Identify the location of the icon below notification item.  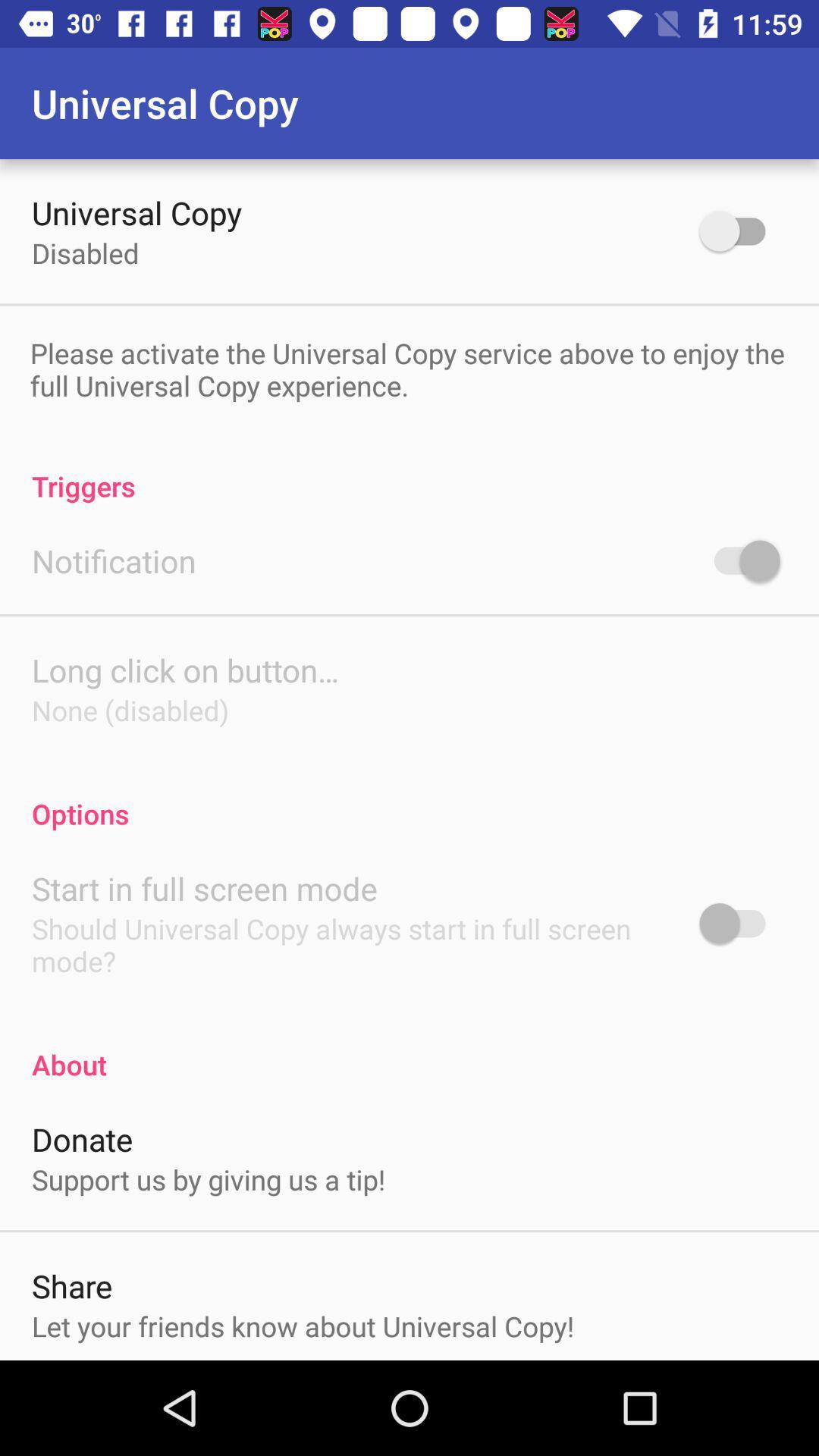
(184, 669).